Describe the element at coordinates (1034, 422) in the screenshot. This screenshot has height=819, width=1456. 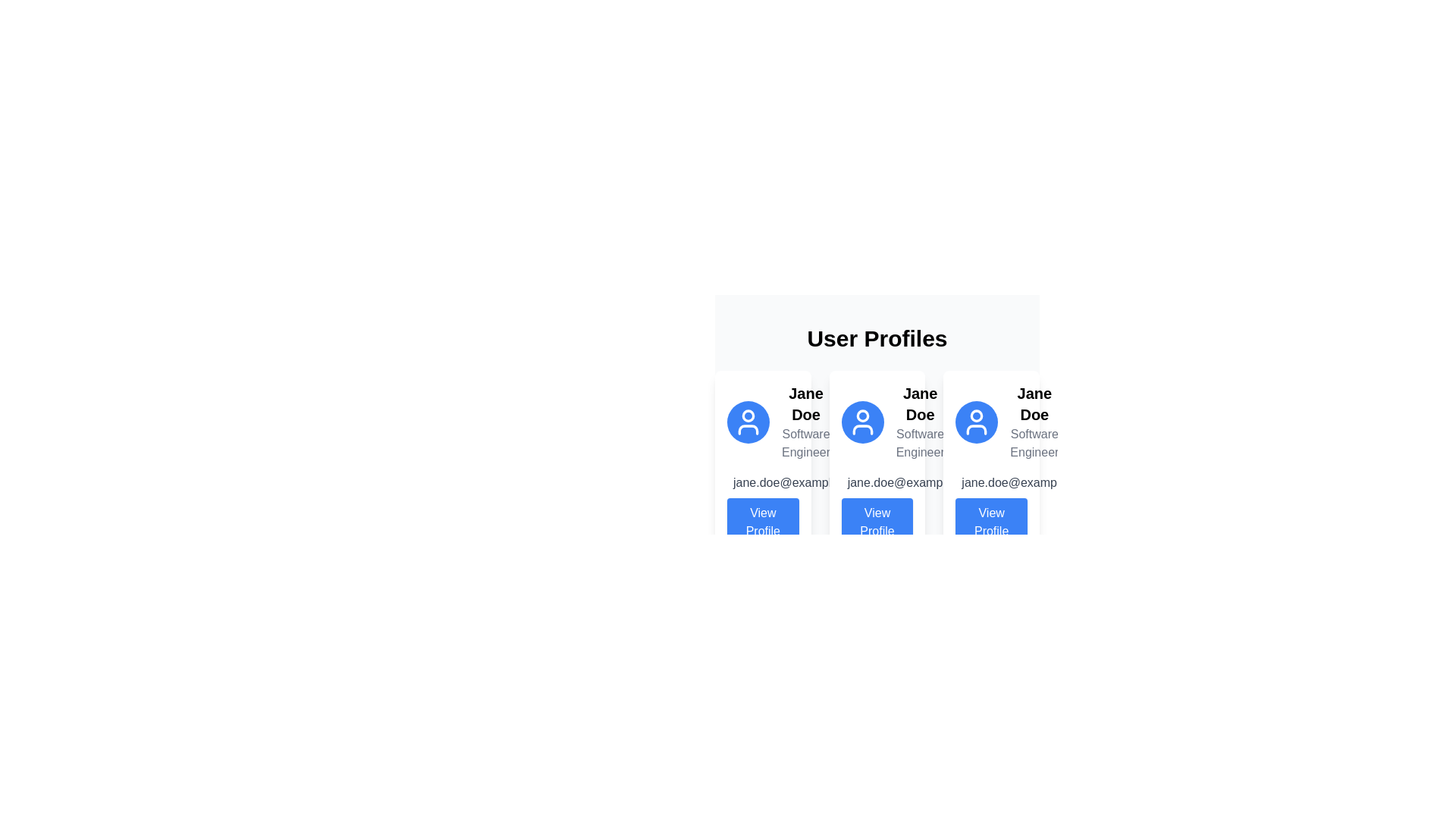
I see `the Text block displaying 'Jane Doe' and 'Software Engineer', which is located within the 'User Profiles' section of a card-like structure` at that location.